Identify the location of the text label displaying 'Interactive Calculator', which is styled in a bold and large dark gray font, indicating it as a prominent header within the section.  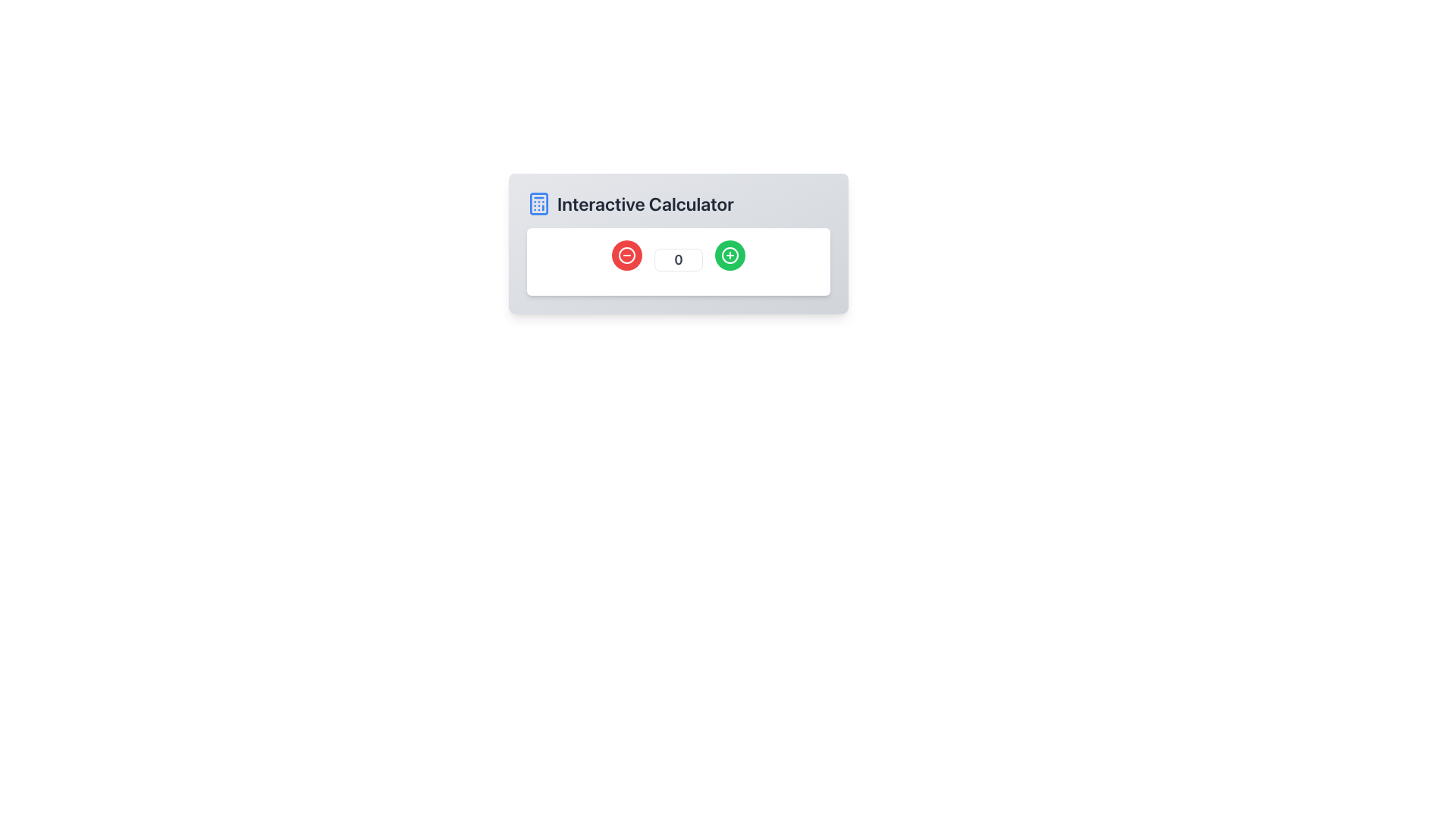
(645, 203).